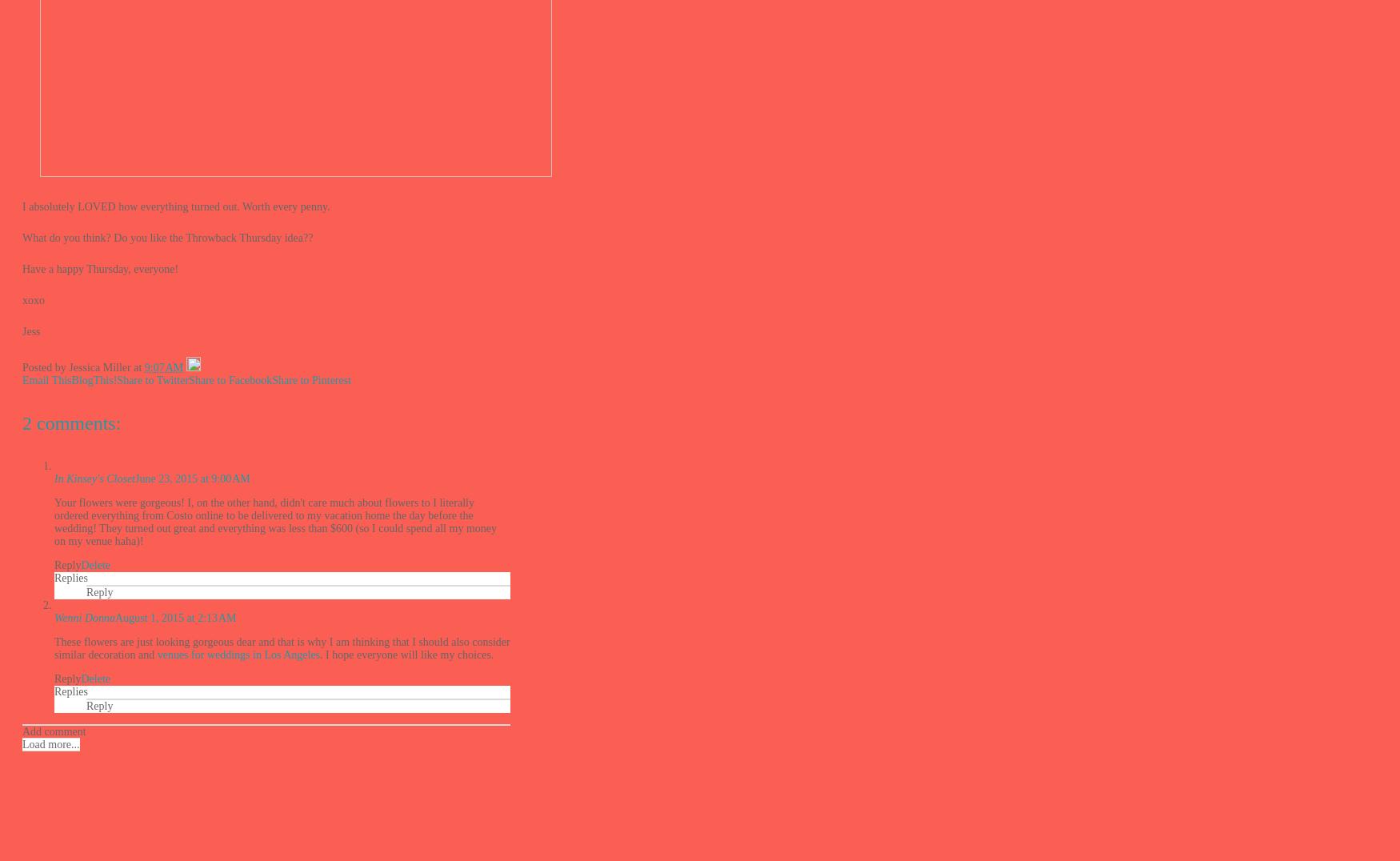 This screenshot has width=1400, height=861. Describe the element at coordinates (71, 422) in the screenshot. I see `'2 comments:'` at that location.